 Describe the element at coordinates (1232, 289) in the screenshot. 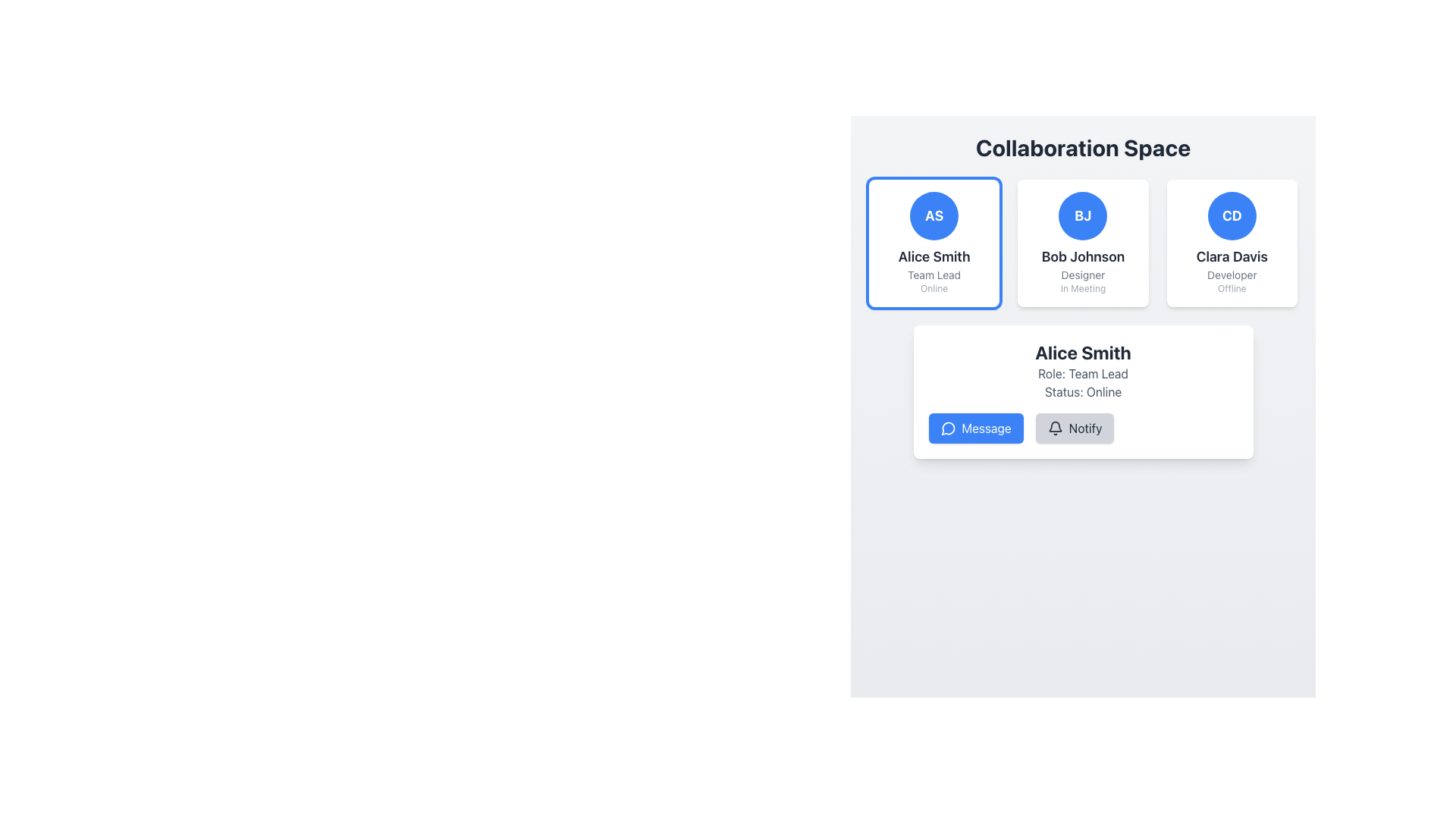

I see `the status of the 'Offline' text label located at the bottom of the profile card for Clara Davis in the 'Collaboration Space' section` at that location.